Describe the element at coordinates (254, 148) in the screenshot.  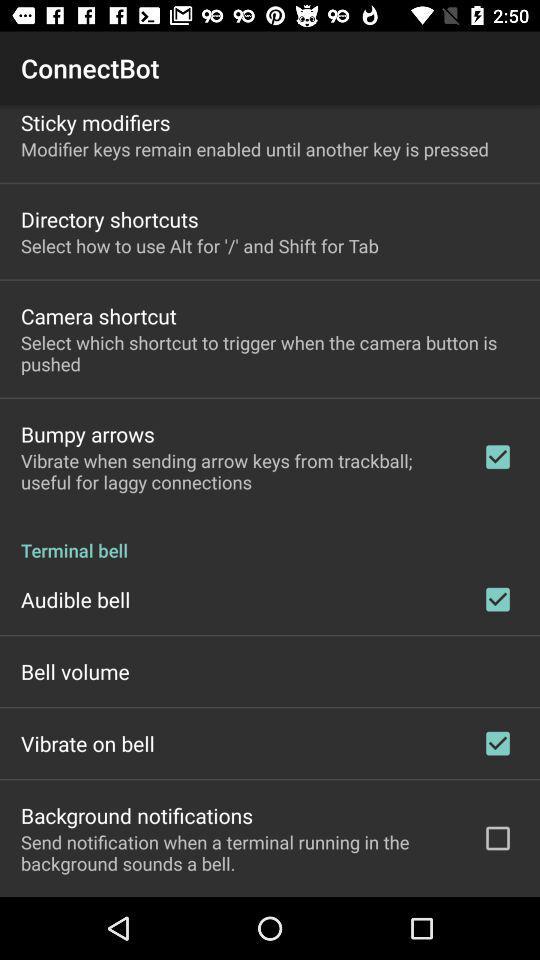
I see `the modifier keys remain item` at that location.